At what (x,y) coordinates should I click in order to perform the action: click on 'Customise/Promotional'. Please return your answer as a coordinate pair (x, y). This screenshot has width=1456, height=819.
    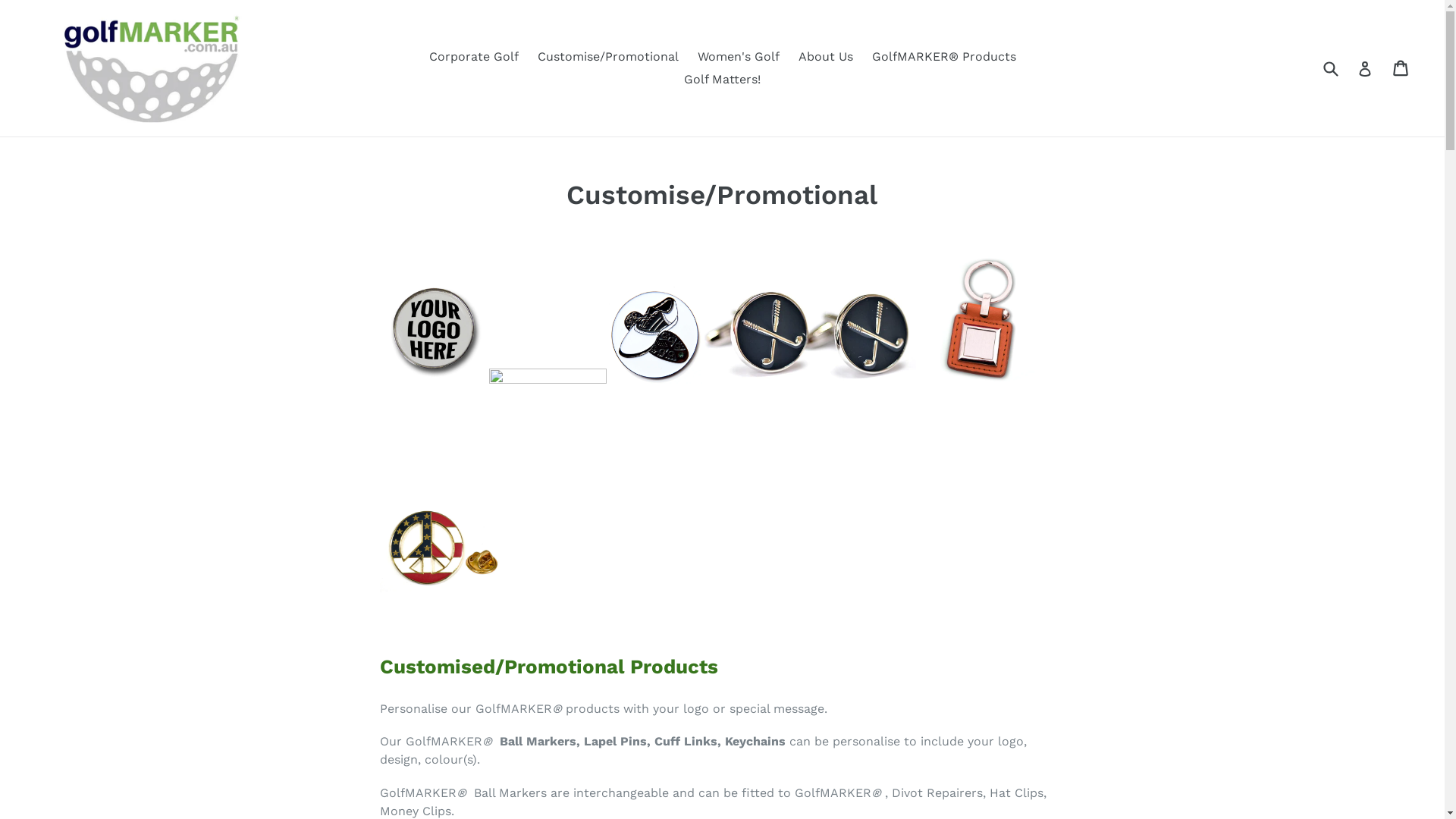
    Looking at the image, I should click on (607, 55).